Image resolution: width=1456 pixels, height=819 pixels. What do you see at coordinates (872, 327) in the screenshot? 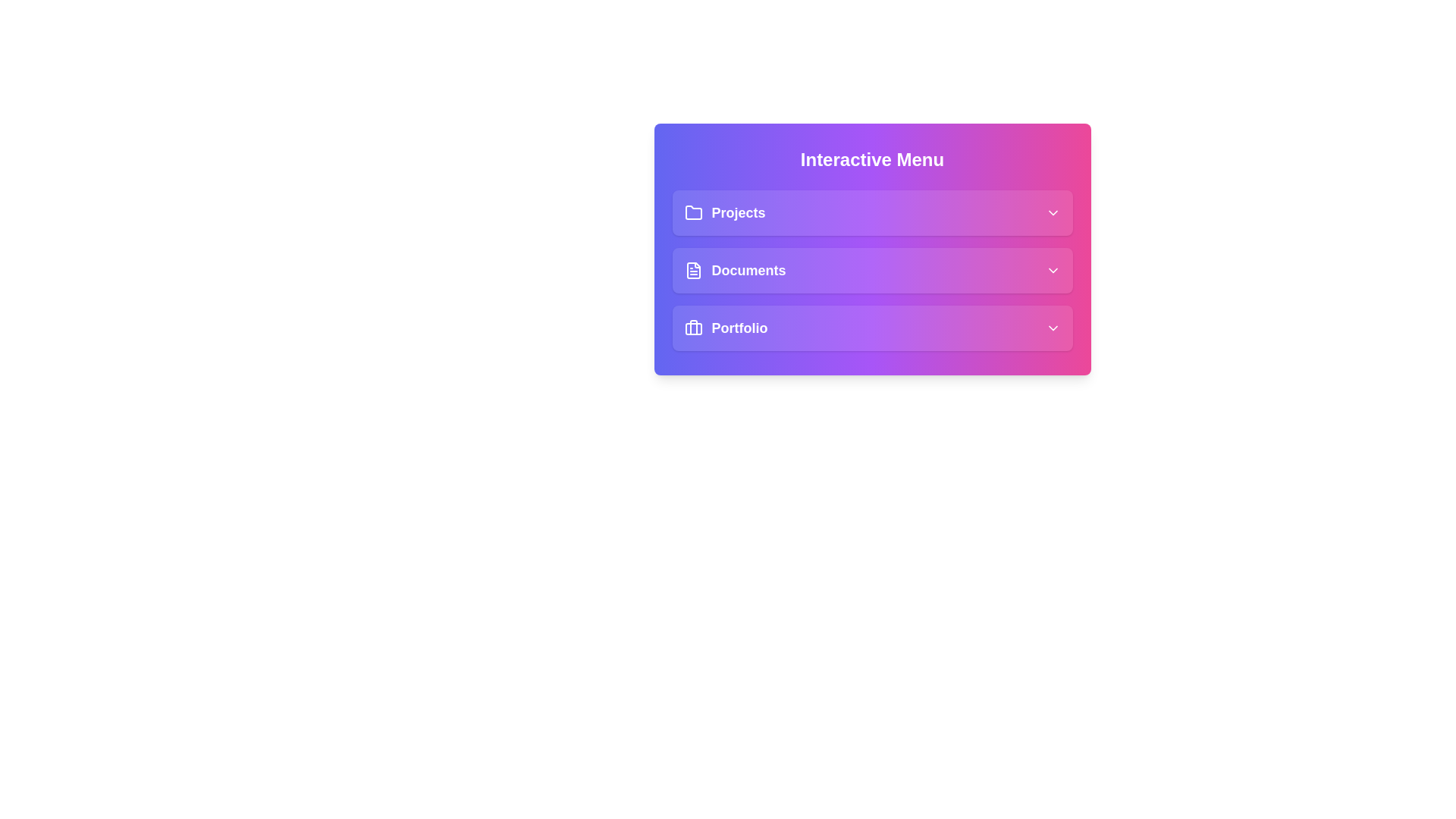
I see `the third menu option labeled 'Portfolio' to open additional options related to it` at bounding box center [872, 327].